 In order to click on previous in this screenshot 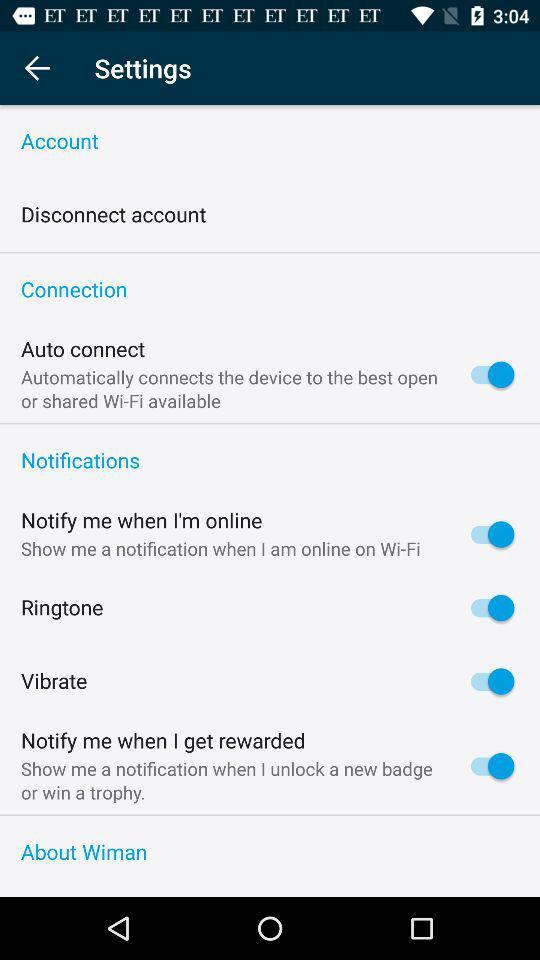, I will do `click(36, 68)`.